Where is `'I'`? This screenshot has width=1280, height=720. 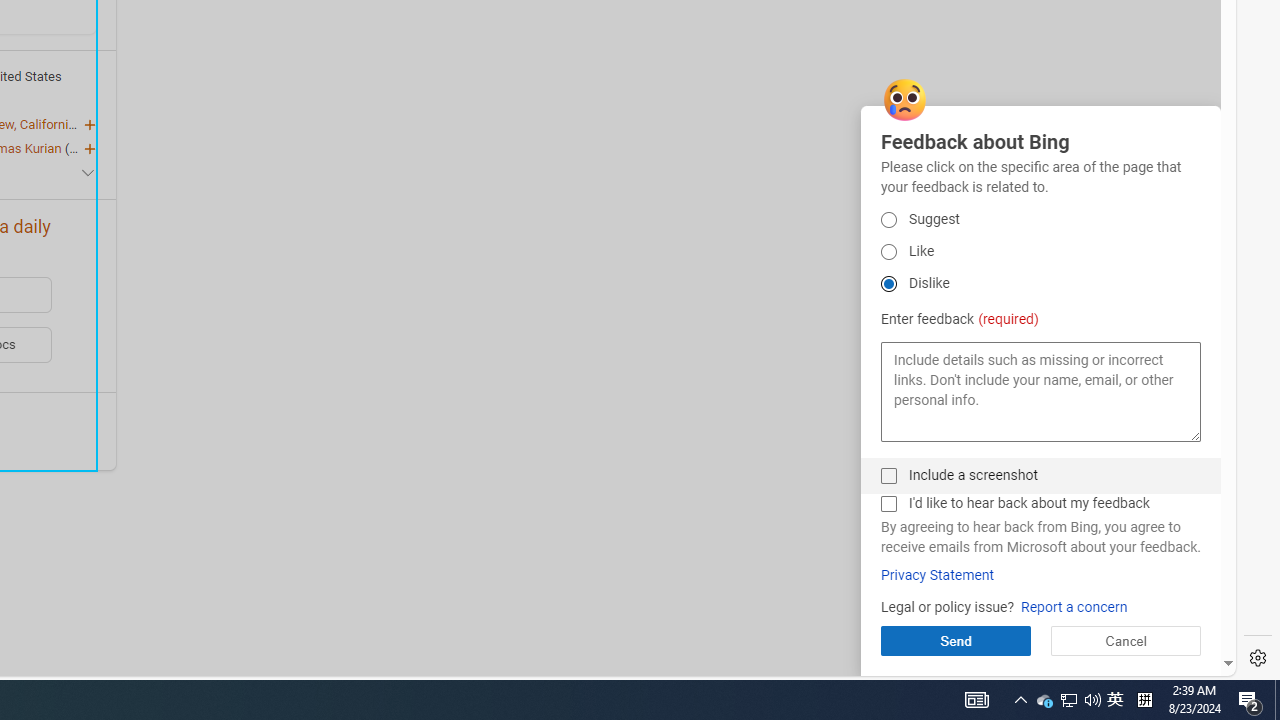
'I' is located at coordinates (887, 502).